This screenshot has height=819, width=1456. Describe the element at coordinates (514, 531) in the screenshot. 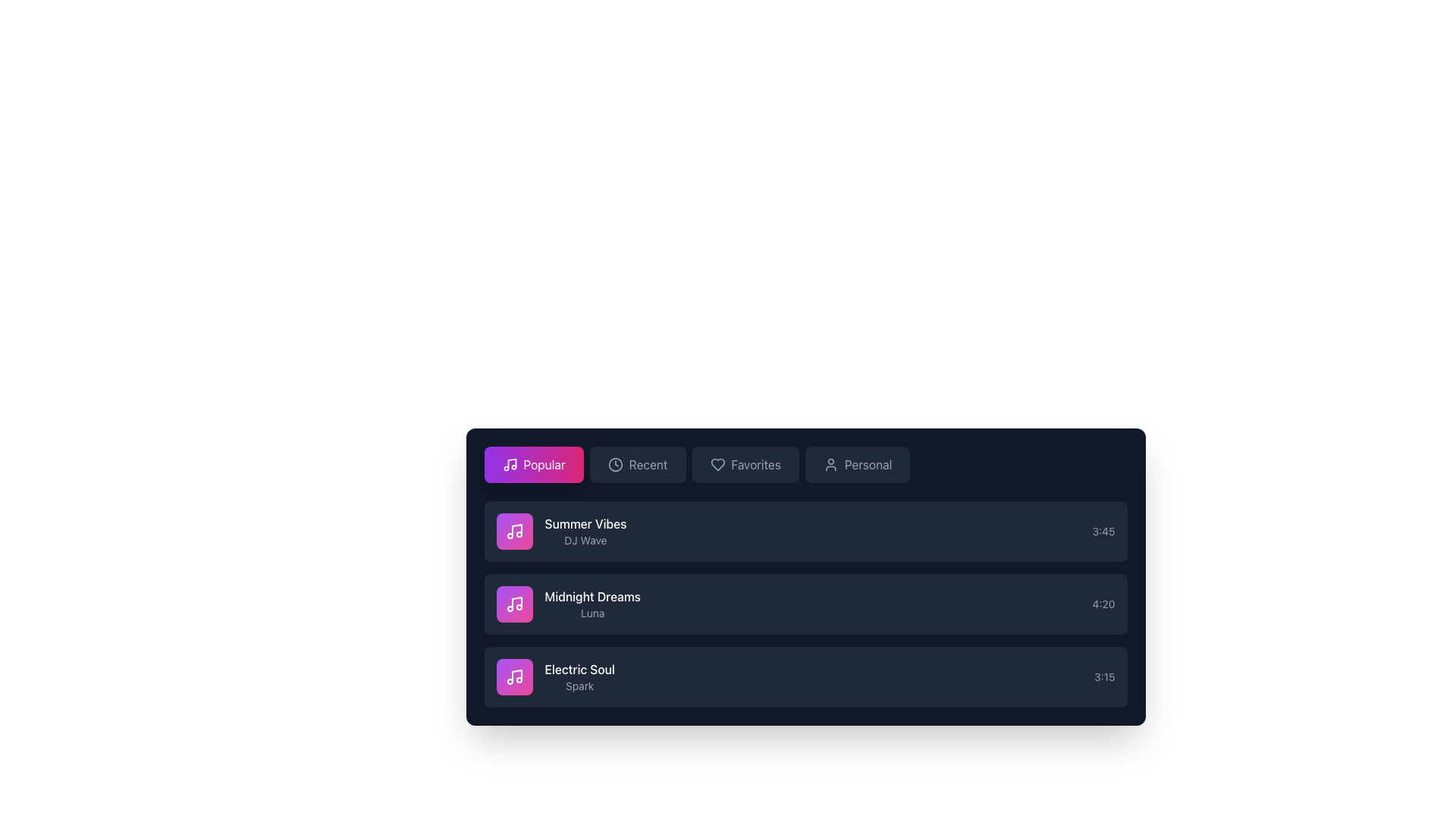

I see `the graphical icon representing 'Summer Vibes', which is the first item in the vertical list of song options in the 'Popular' tab` at that location.